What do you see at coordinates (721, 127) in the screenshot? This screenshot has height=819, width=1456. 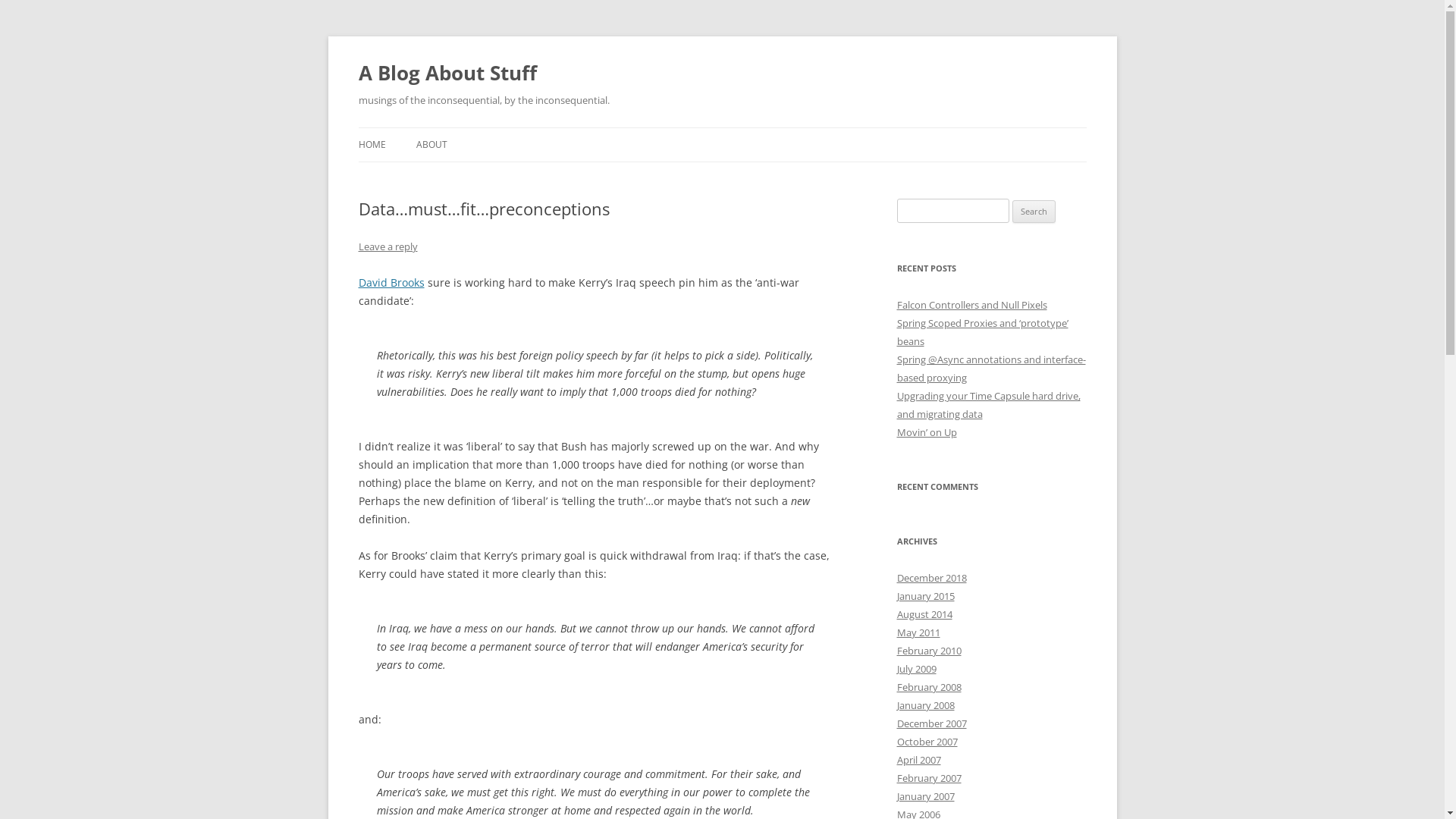 I see `'Skip to content'` at bounding box center [721, 127].